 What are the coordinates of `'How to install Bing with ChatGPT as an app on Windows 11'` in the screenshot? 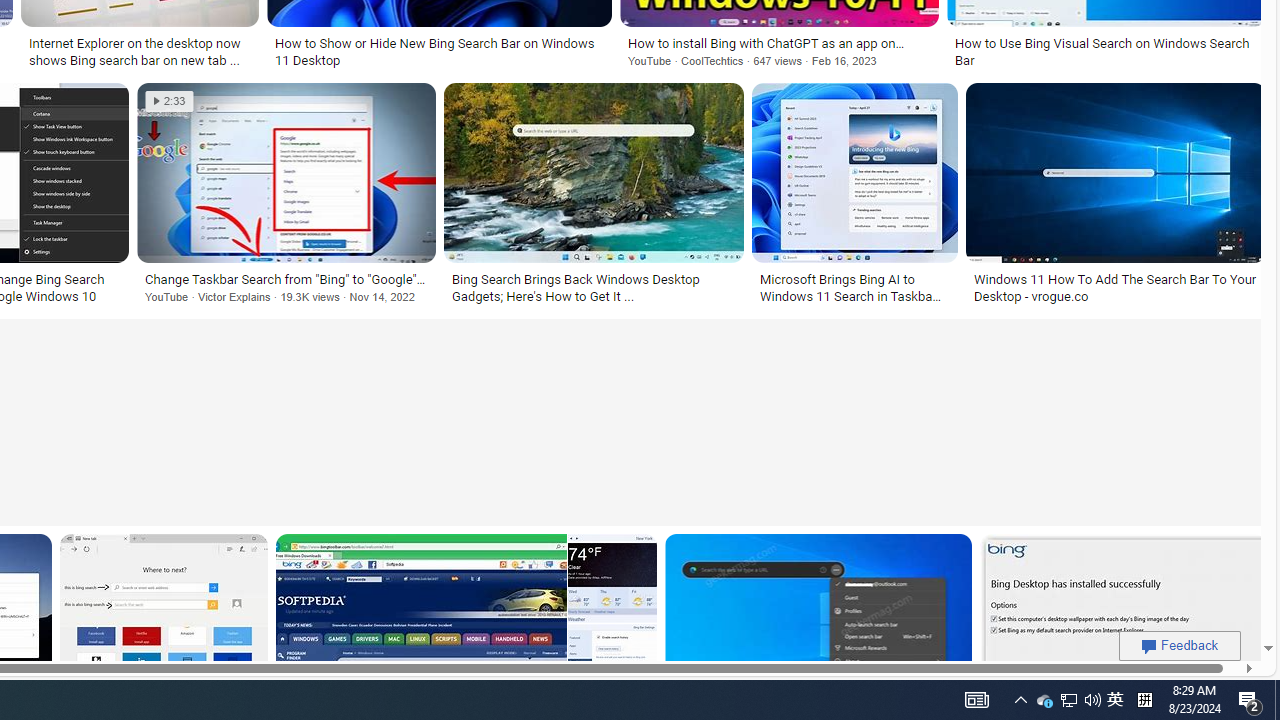 It's located at (778, 43).